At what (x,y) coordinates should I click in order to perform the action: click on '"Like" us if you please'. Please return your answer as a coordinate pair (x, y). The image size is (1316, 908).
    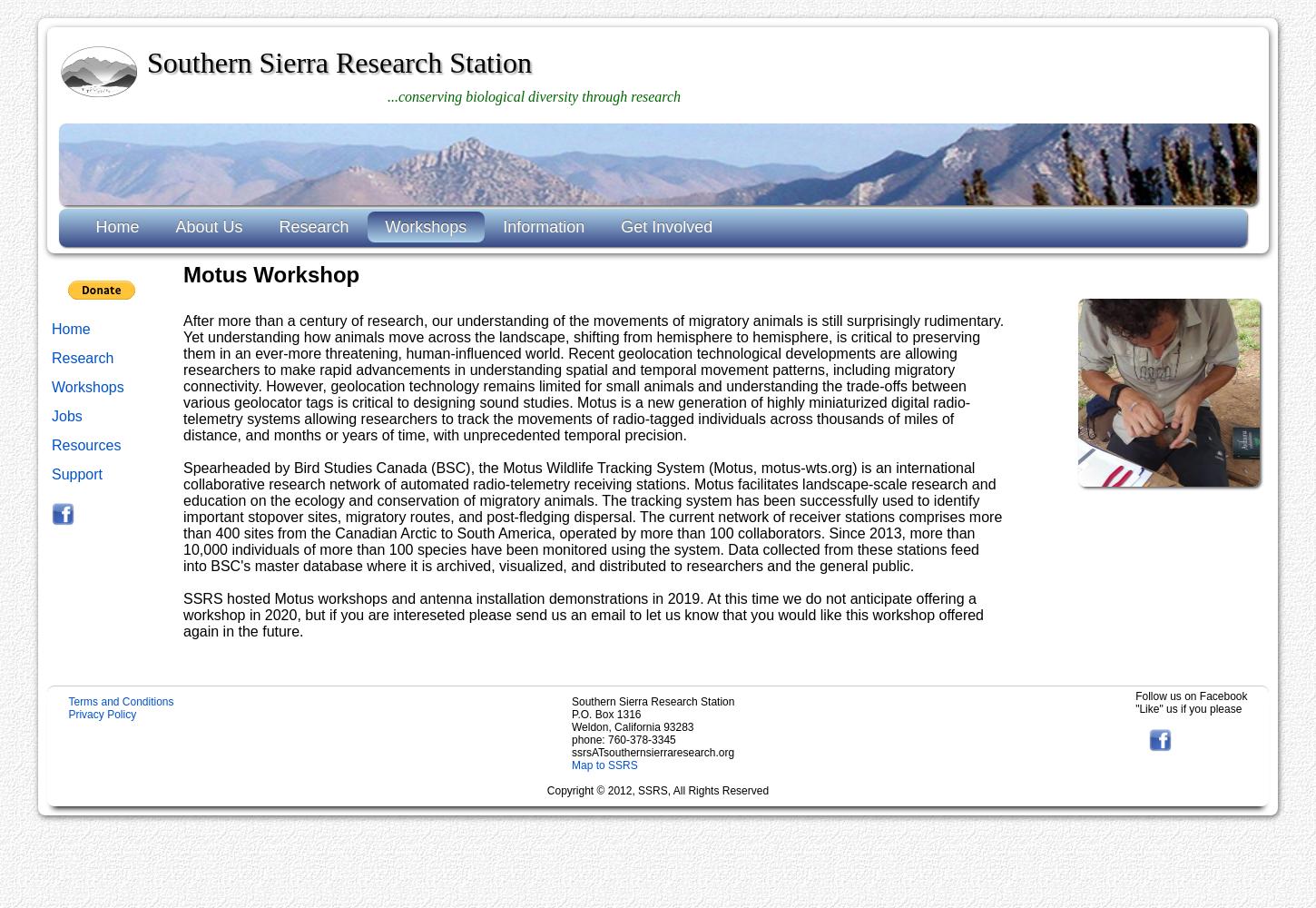
    Looking at the image, I should click on (1135, 708).